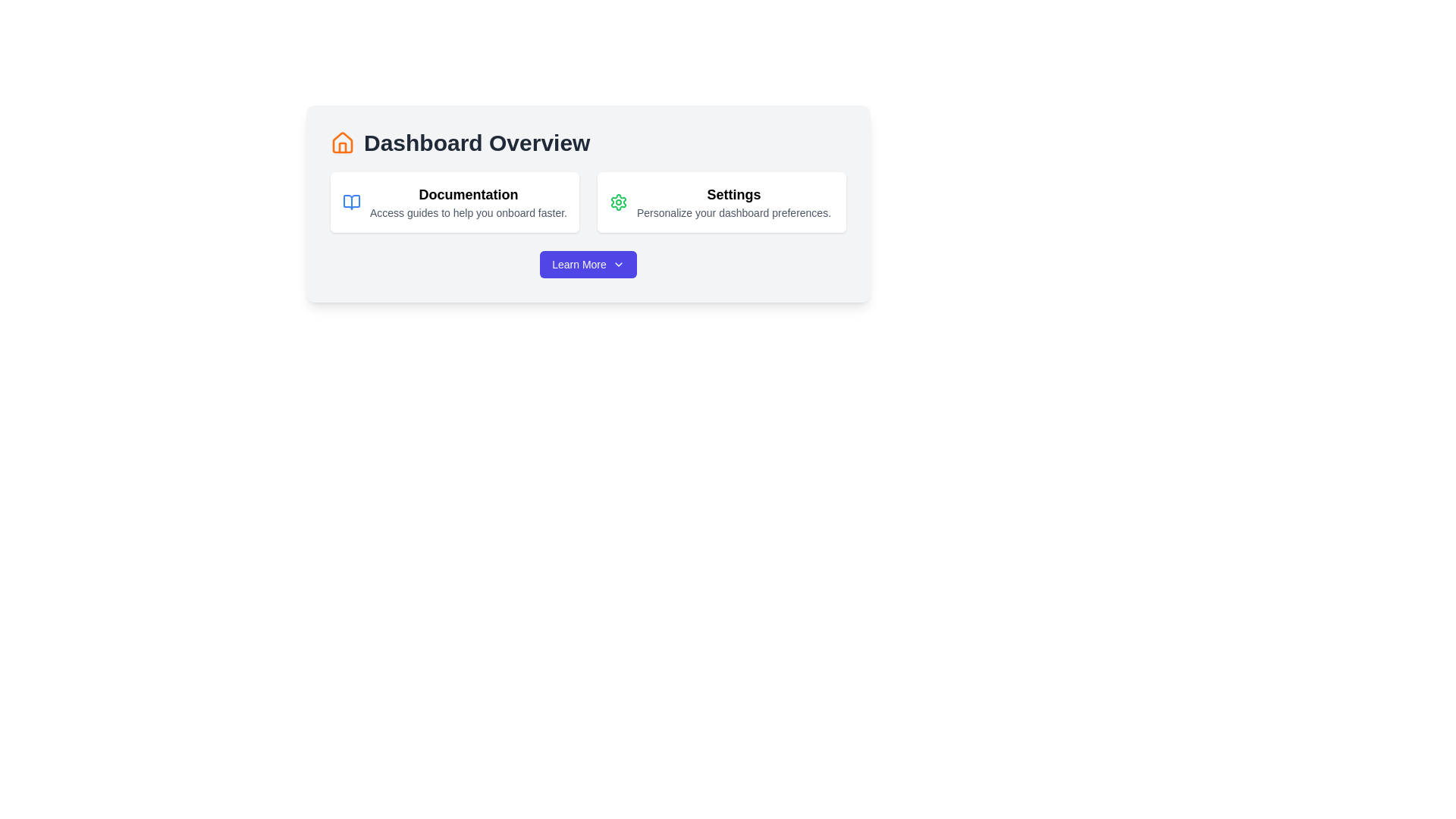 The height and width of the screenshot is (819, 1456). What do you see at coordinates (619, 201) in the screenshot?
I see `the green gear icon located to the left of the 'Settings' text` at bounding box center [619, 201].